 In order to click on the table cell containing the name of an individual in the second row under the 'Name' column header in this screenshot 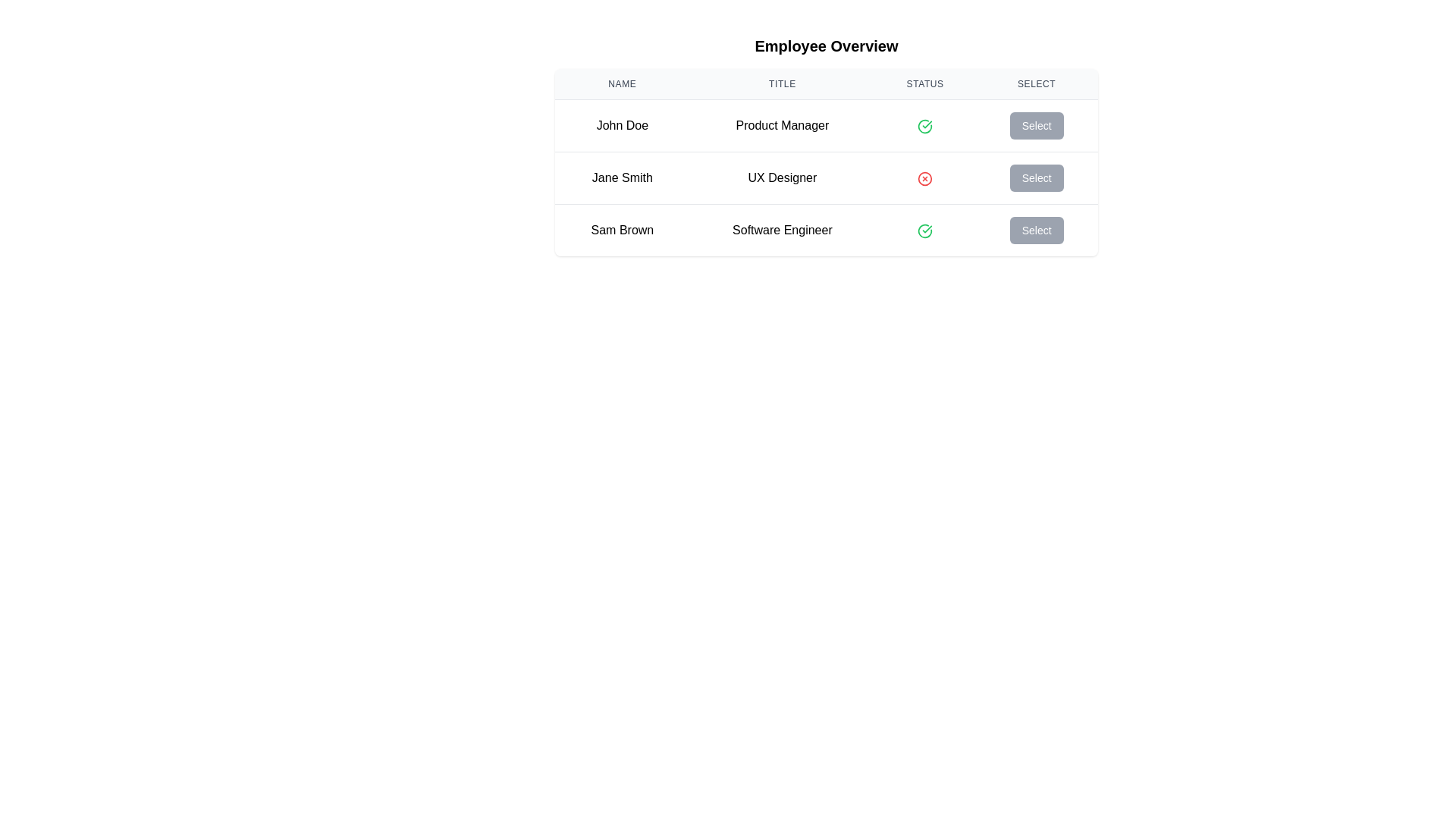, I will do `click(622, 177)`.